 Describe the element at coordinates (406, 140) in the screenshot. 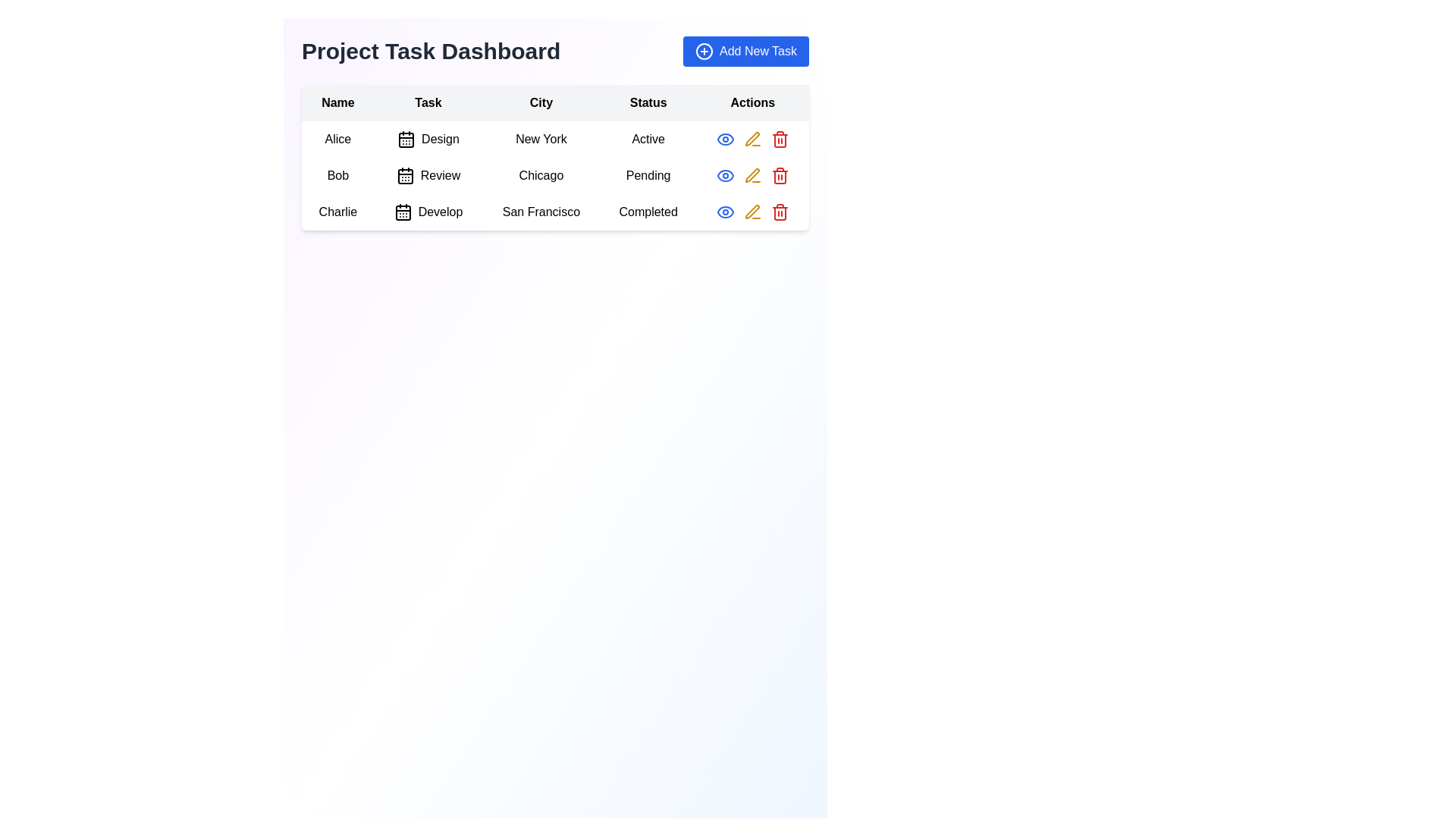

I see `the calendar icon located in the 'Task' column, first row of the table associated with the 'Design' task entry` at that location.